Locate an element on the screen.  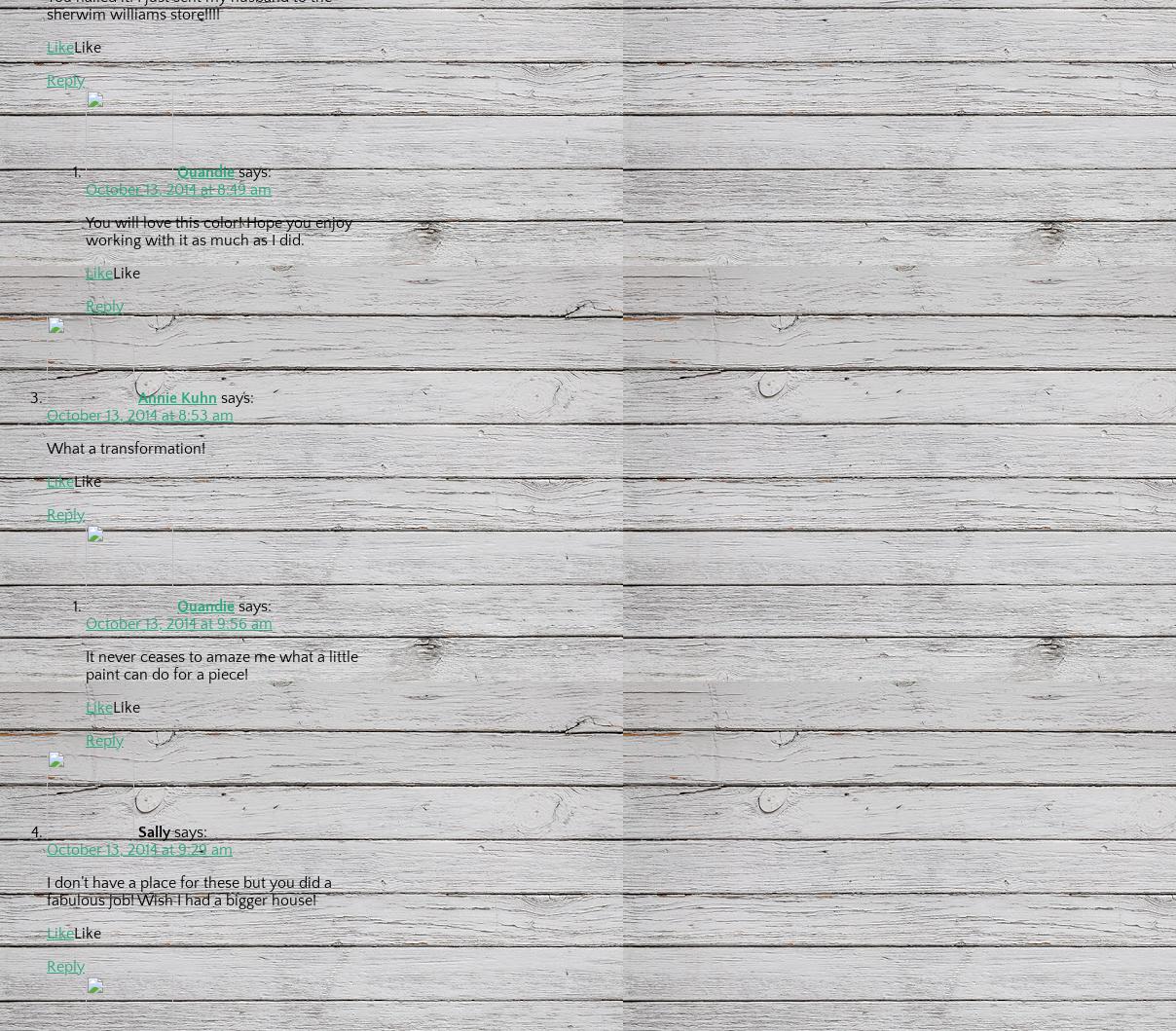
'Sally' is located at coordinates (154, 830).